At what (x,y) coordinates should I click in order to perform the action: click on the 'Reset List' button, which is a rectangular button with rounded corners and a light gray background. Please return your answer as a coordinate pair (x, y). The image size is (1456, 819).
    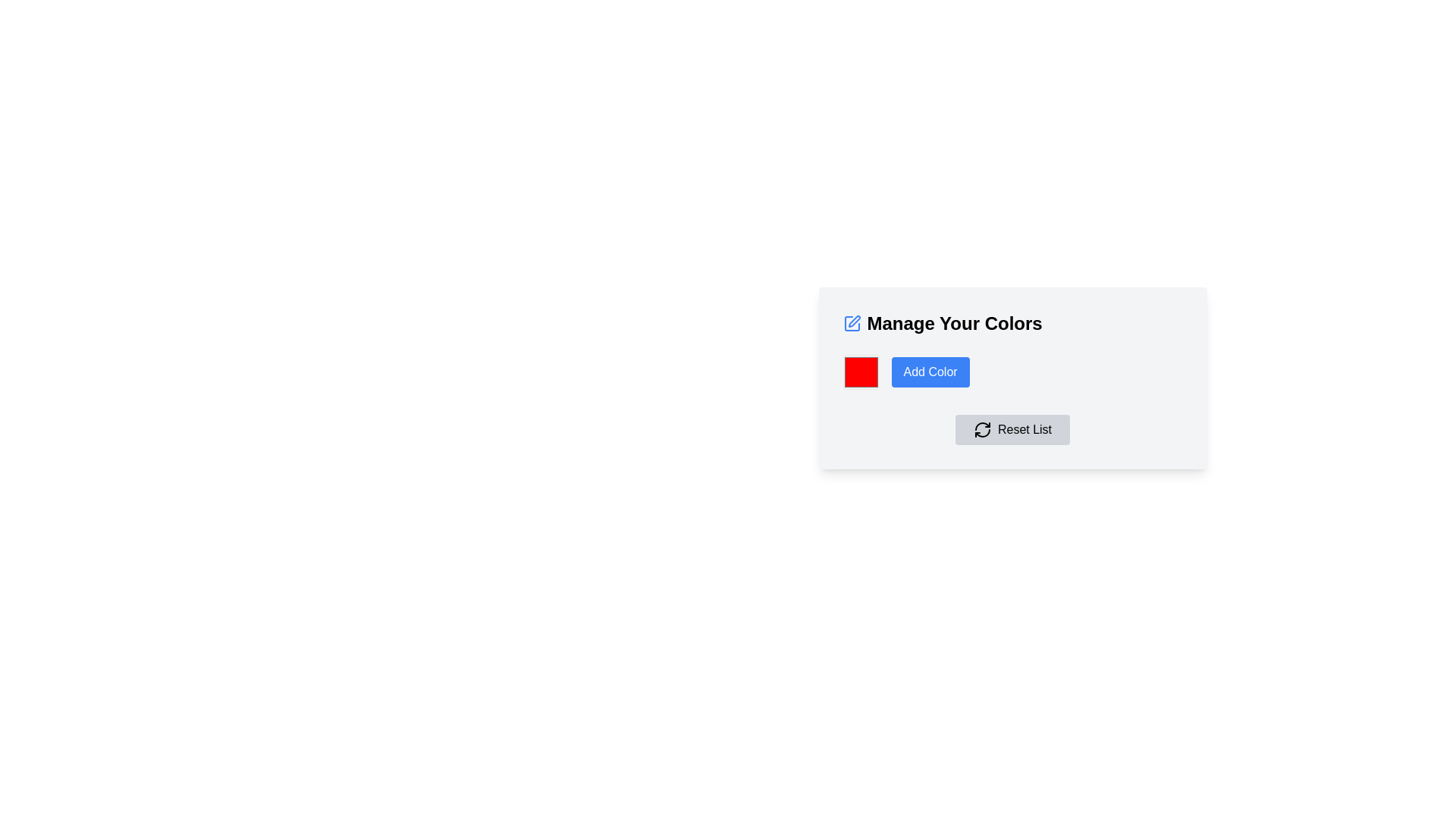
    Looking at the image, I should click on (1012, 430).